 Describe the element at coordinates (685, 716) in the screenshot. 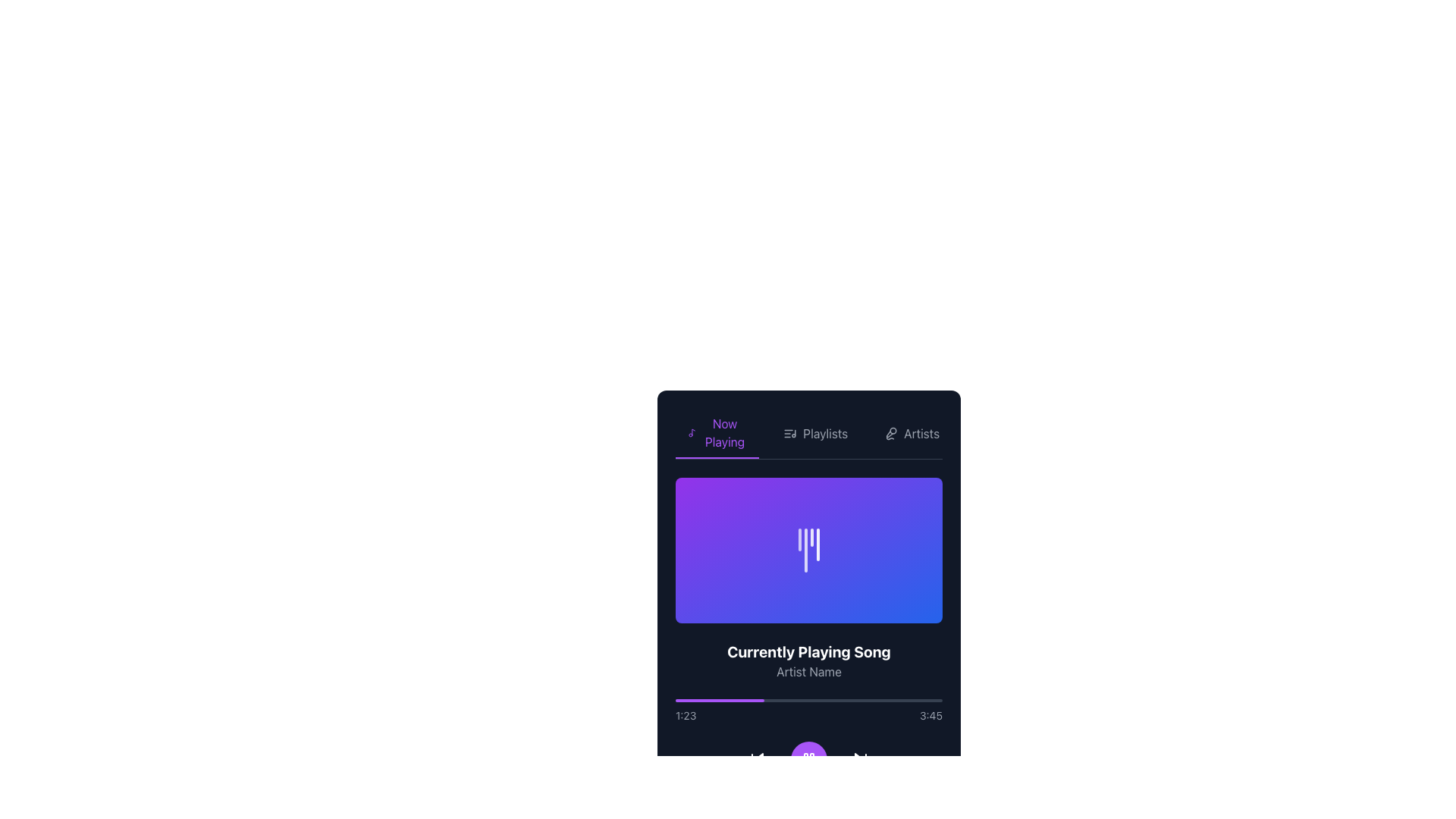

I see `time displayed in the text indicator showing '1:23', which is styled with a small, gray font and located at the bottom left of the interface` at that location.